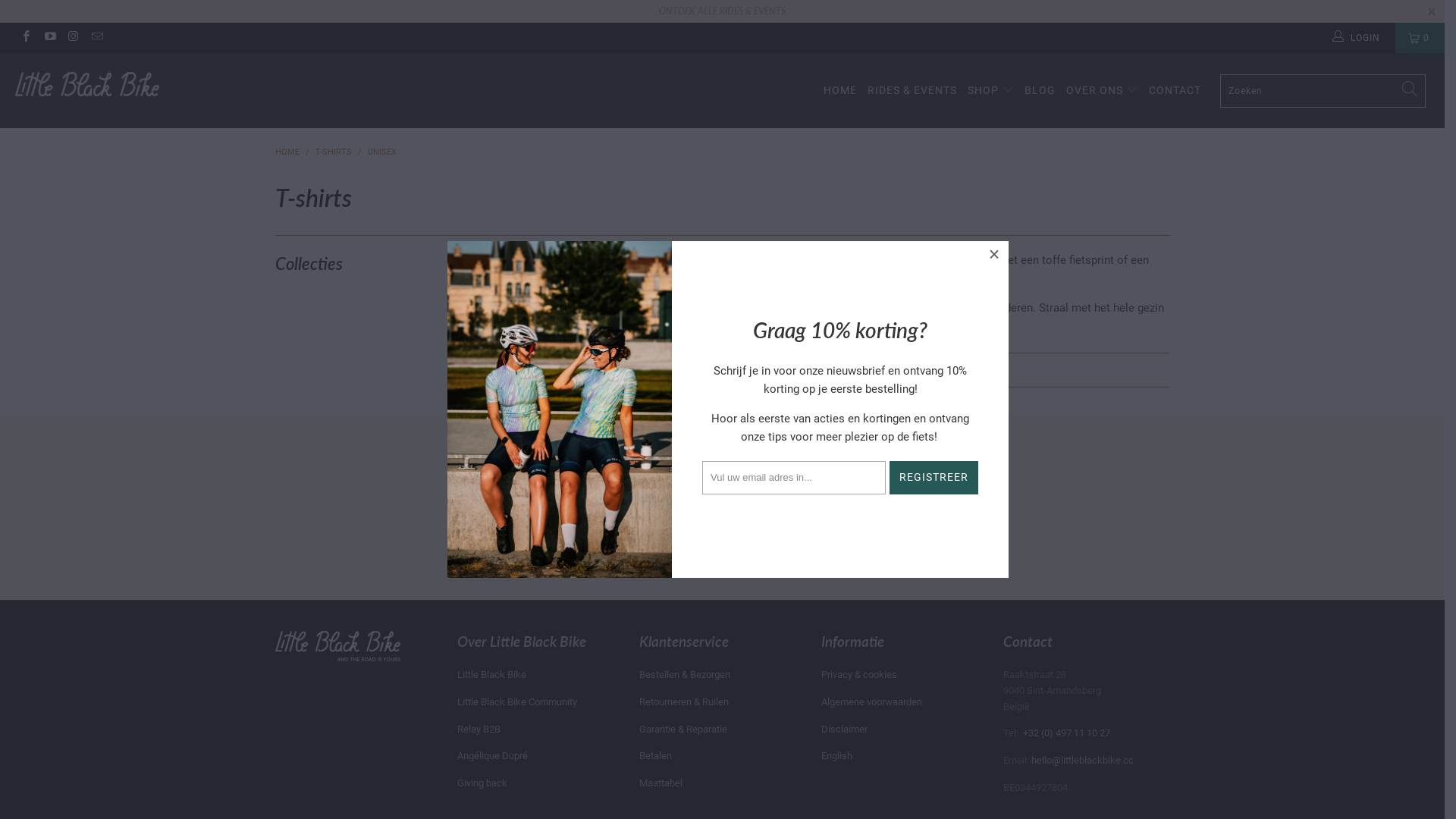  Describe the element at coordinates (480, 783) in the screenshot. I see `'Giving back'` at that location.